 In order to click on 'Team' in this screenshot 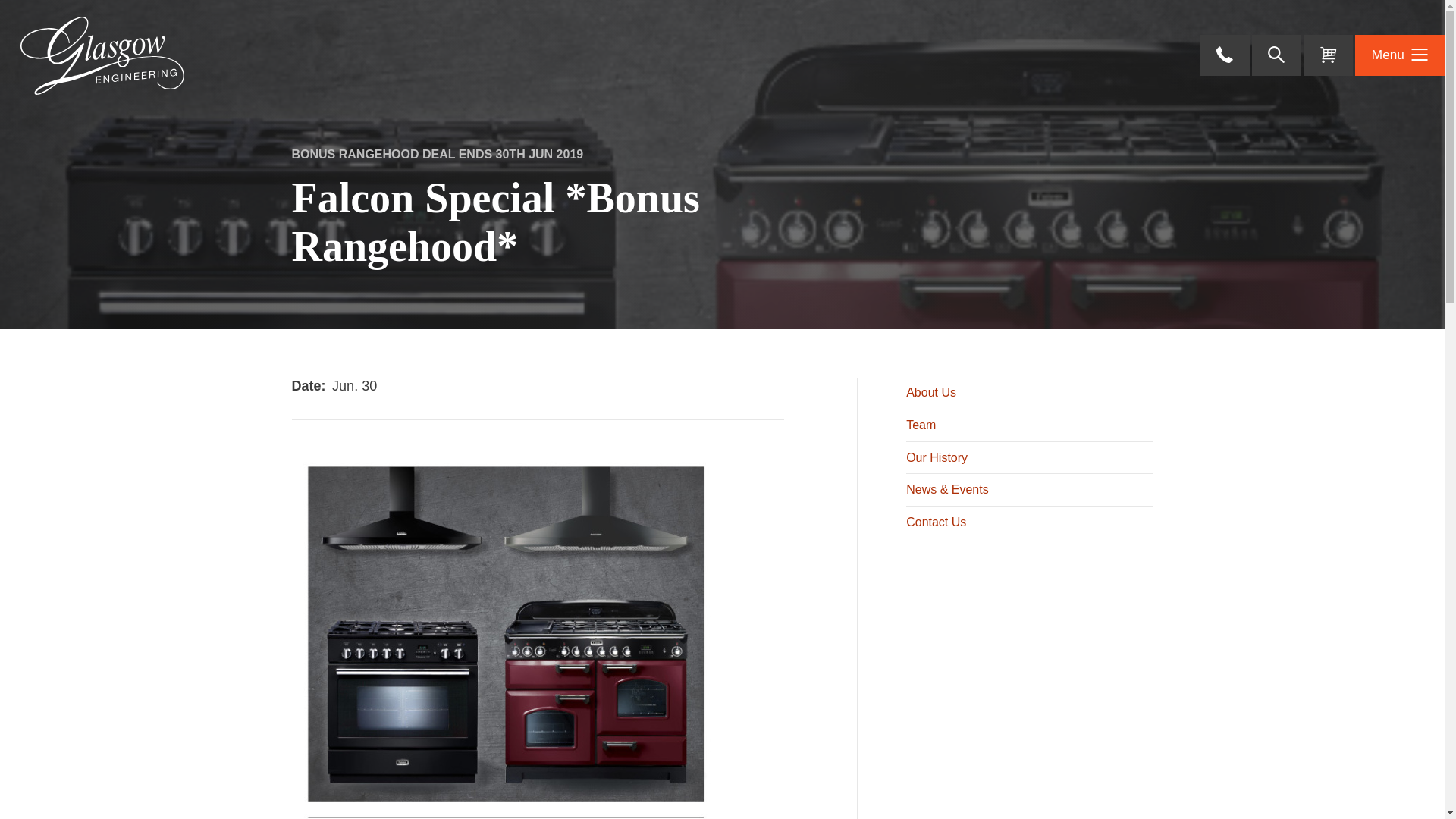, I will do `click(1029, 425)`.